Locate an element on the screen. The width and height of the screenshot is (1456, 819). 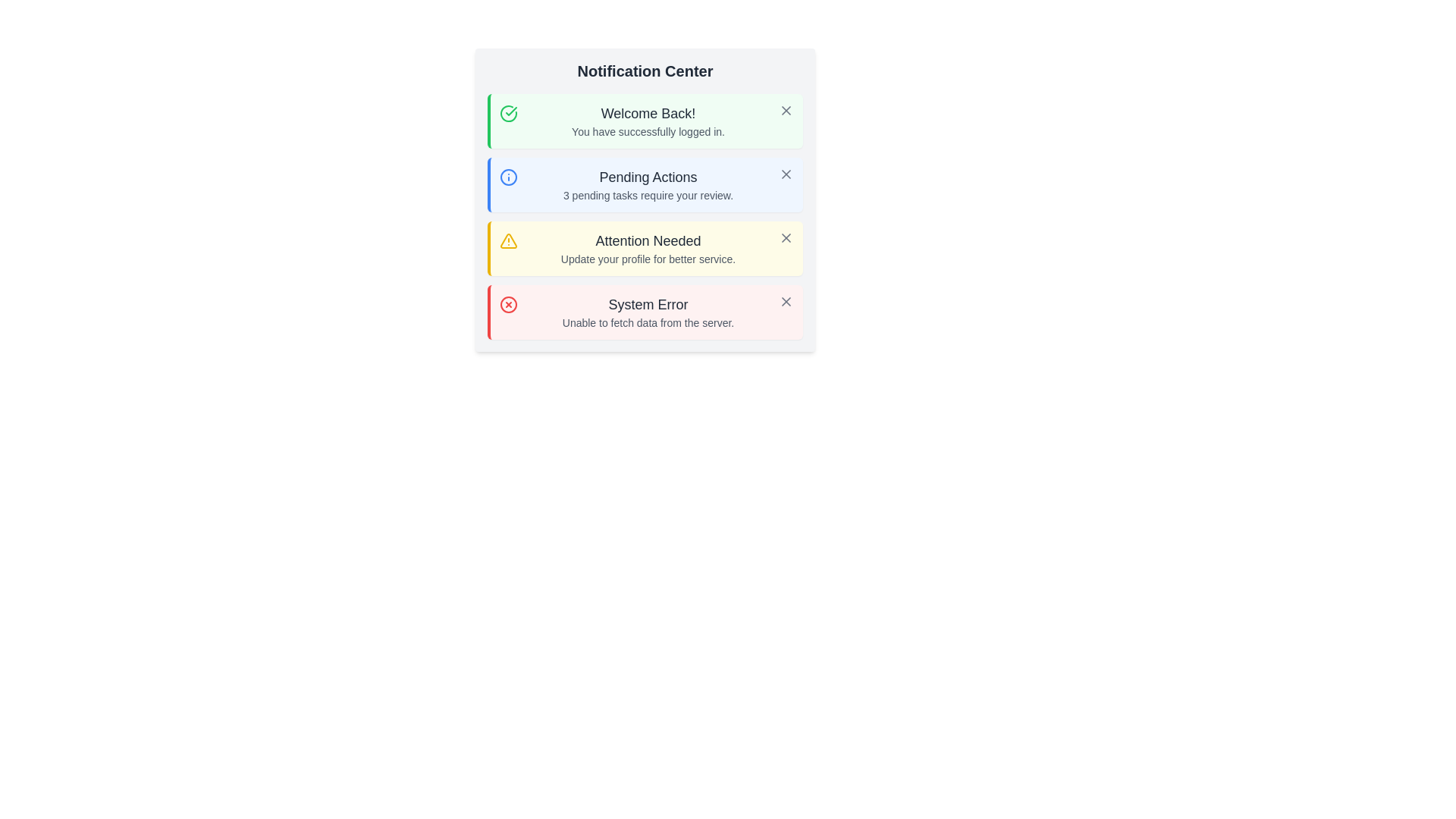
the close icon button located in the top-right corner of the 'Welcome Back!' notification item is located at coordinates (786, 110).